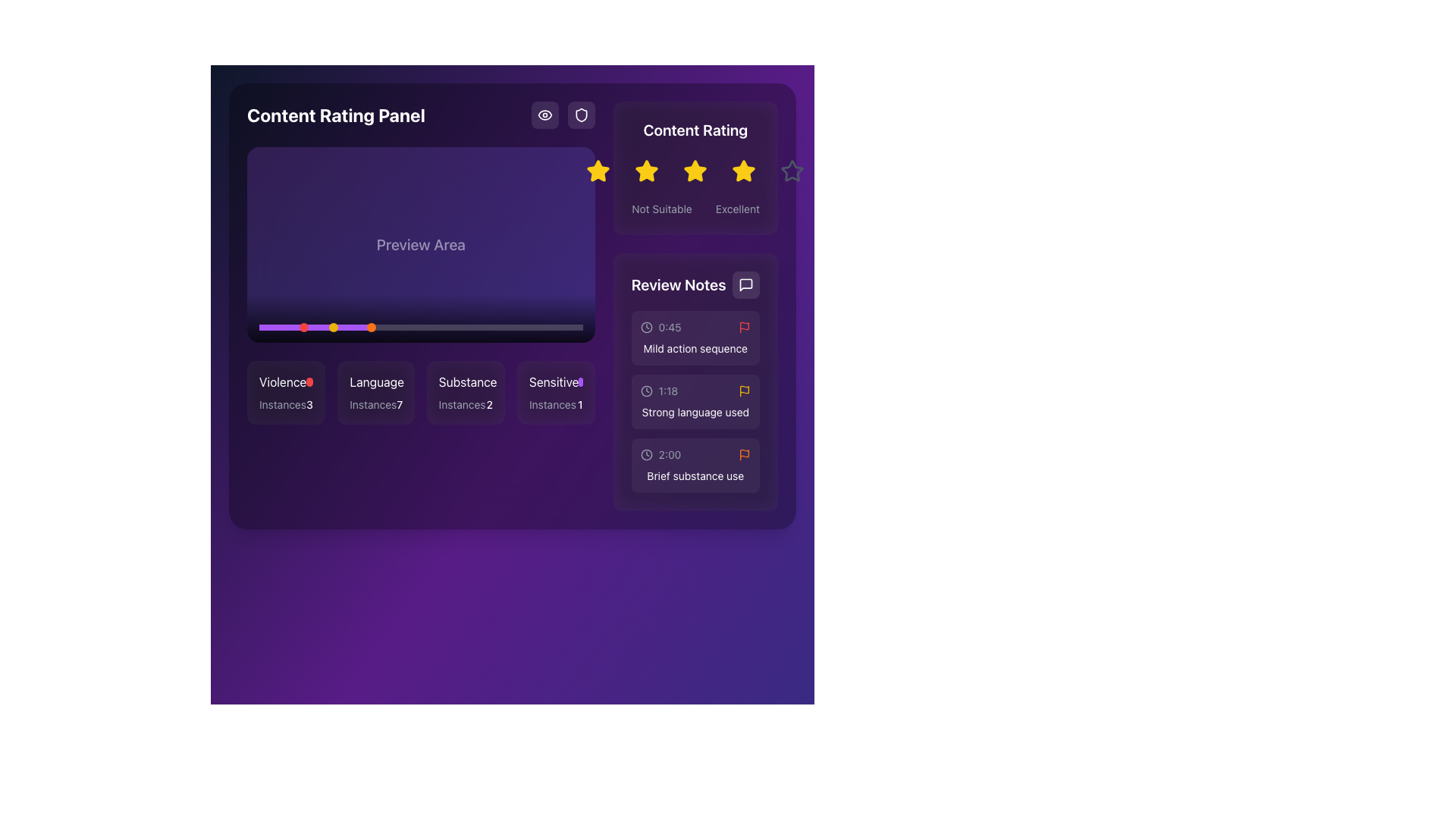 Image resolution: width=1456 pixels, height=819 pixels. What do you see at coordinates (544, 114) in the screenshot?
I see `the eye icon button` at bounding box center [544, 114].